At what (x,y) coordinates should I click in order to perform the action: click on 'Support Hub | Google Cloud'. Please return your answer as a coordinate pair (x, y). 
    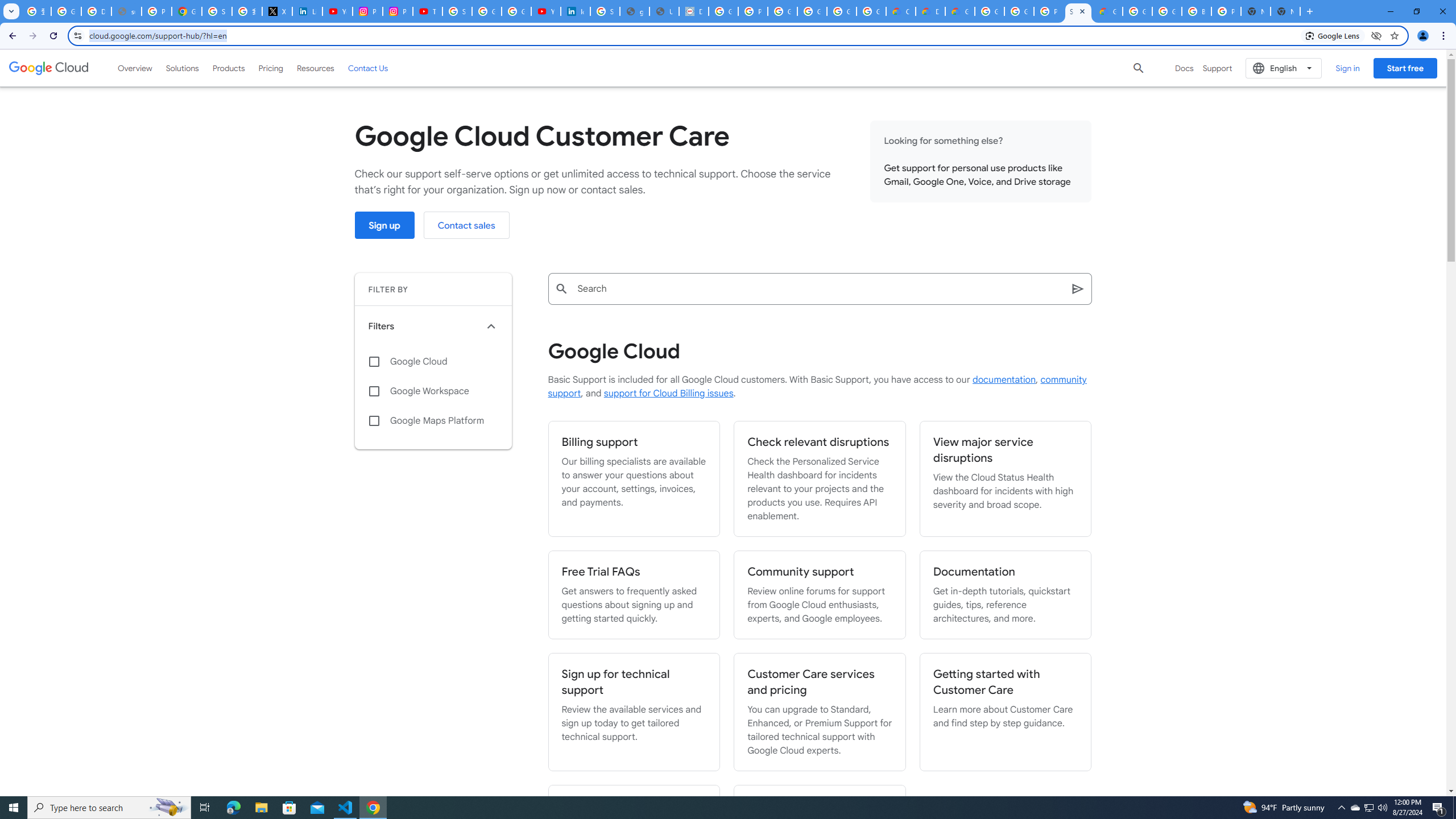
    Looking at the image, I should click on (1078, 11).